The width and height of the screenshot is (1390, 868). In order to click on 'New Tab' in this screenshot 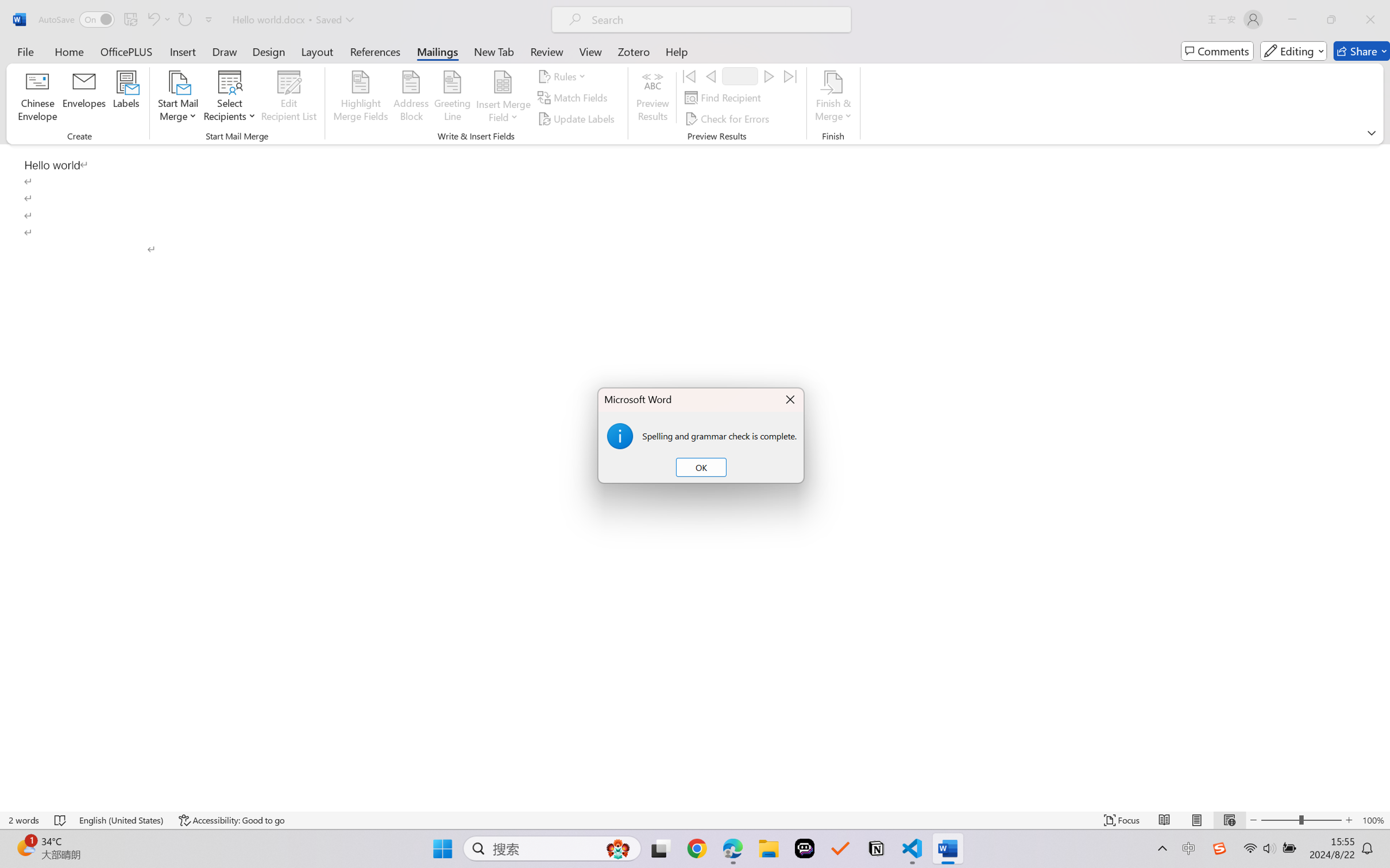, I will do `click(493, 51)`.